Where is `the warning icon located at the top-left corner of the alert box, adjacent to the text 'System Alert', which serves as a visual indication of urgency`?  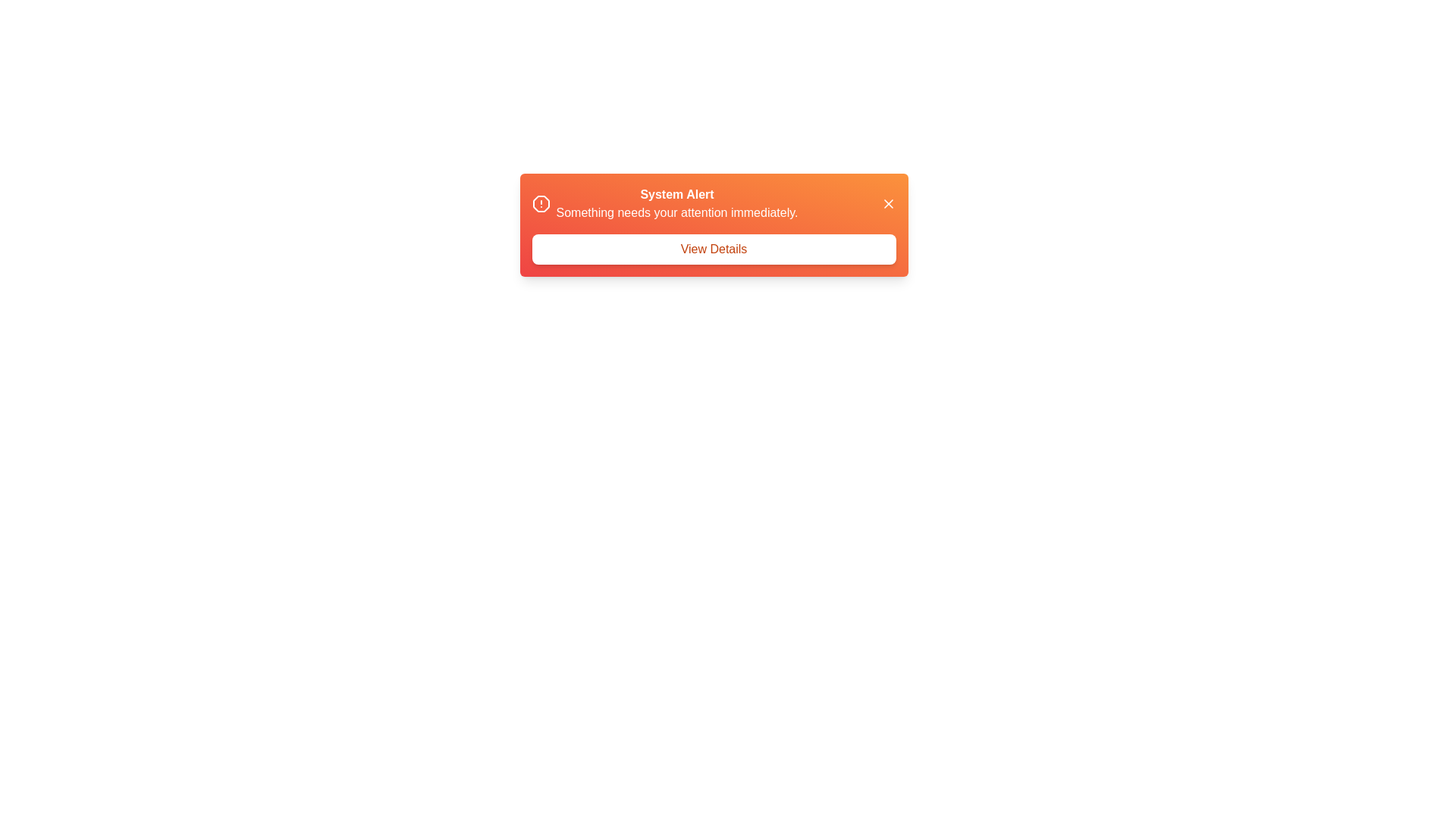 the warning icon located at the top-left corner of the alert box, adjacent to the text 'System Alert', which serves as a visual indication of urgency is located at coordinates (541, 203).